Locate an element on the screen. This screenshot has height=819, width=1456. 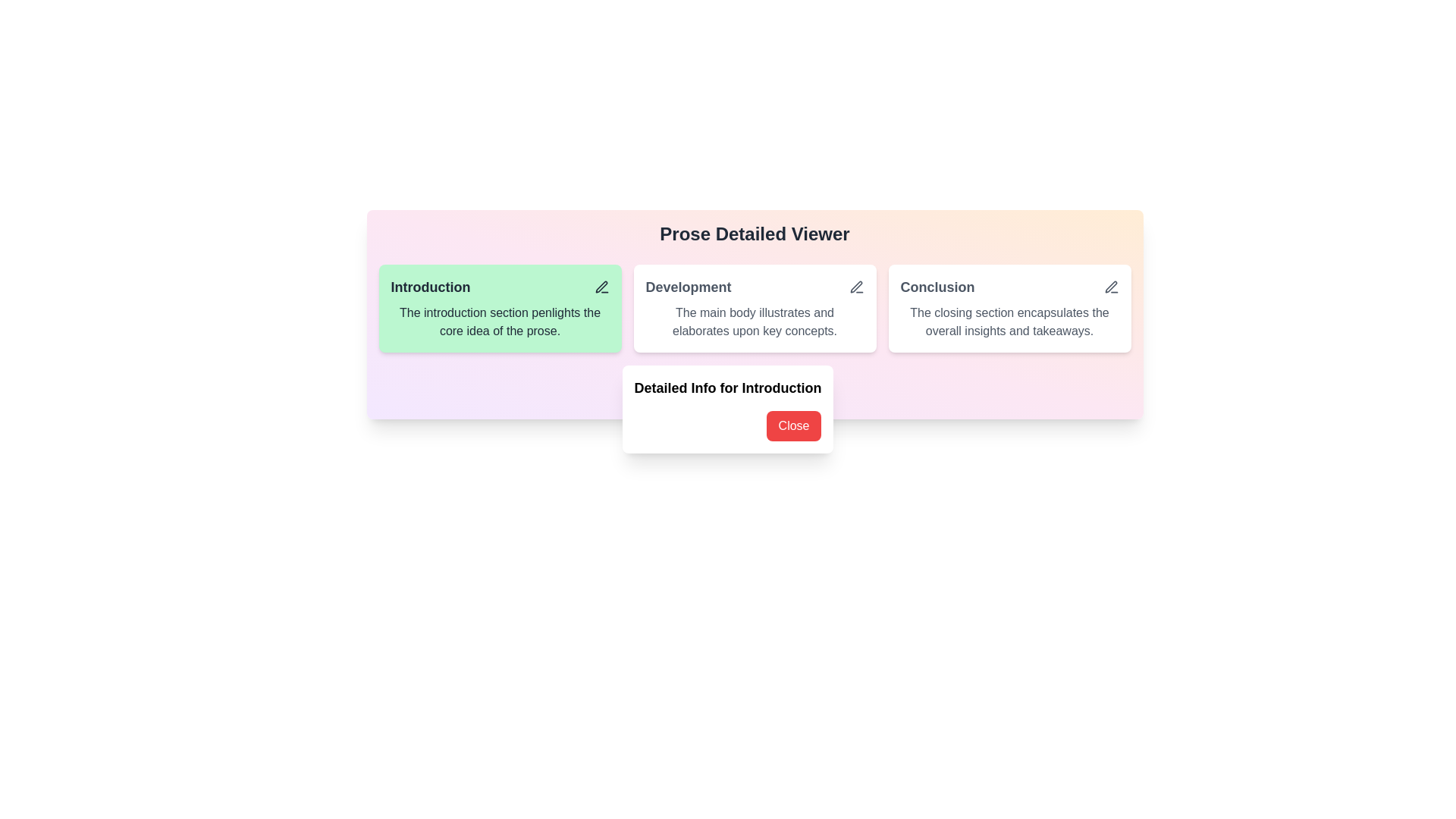
the button located at the bottom-right corner of the white rectangular pop-up titled 'Detailed Info for Introduction' is located at coordinates (792, 426).